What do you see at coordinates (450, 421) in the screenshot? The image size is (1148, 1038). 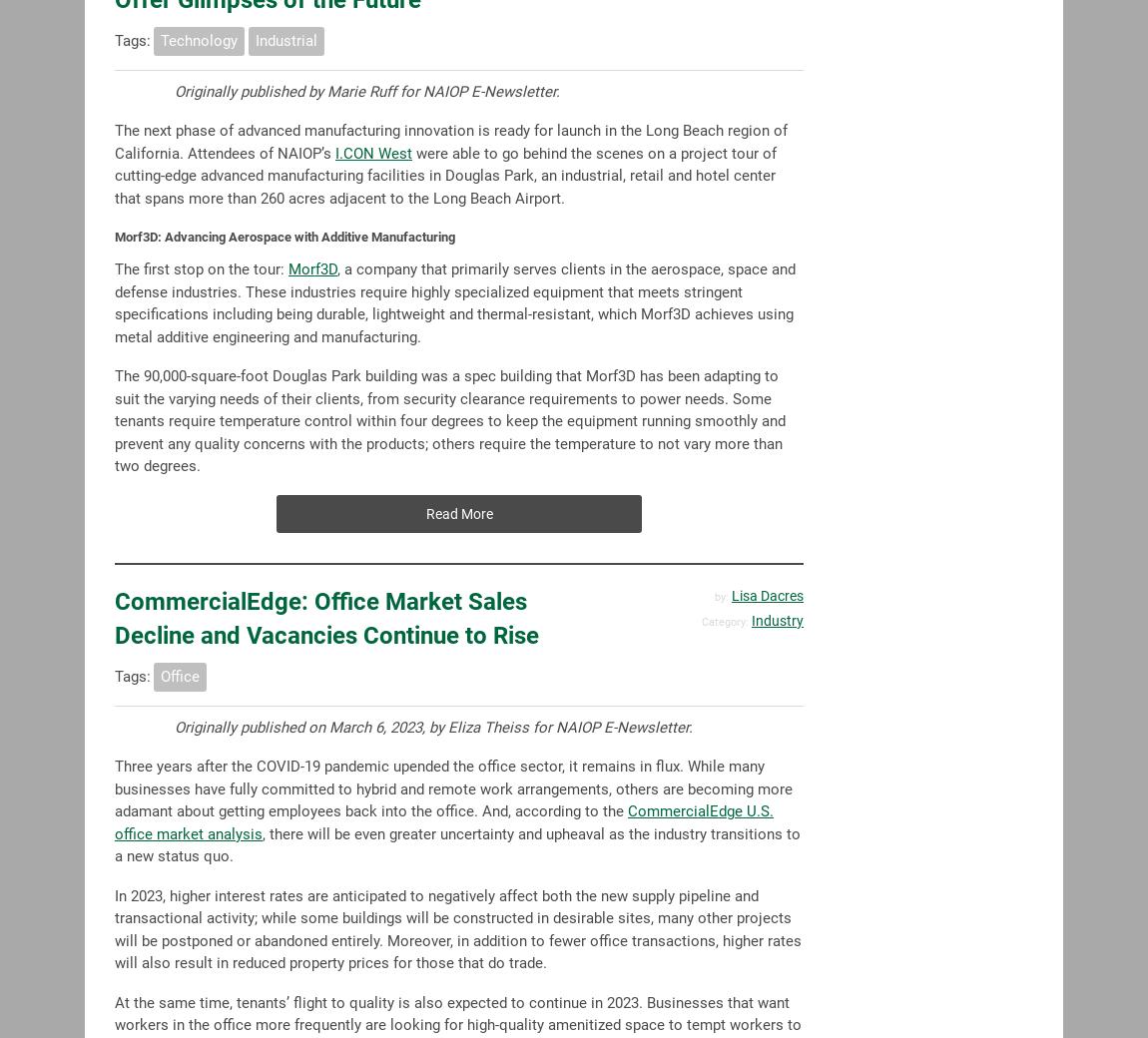 I see `'The 90,000-square-foot Douglas Park building was a spec building that Morf3D has been adapting to suit the varying needs of their clients, from security clearance requirements to power needs. Some tenants require temperature control within four degrees to keep the equipment running smoothly and prevent any quality concerns with the products; others require the temperature to not vary more than two degrees.'` at bounding box center [450, 421].